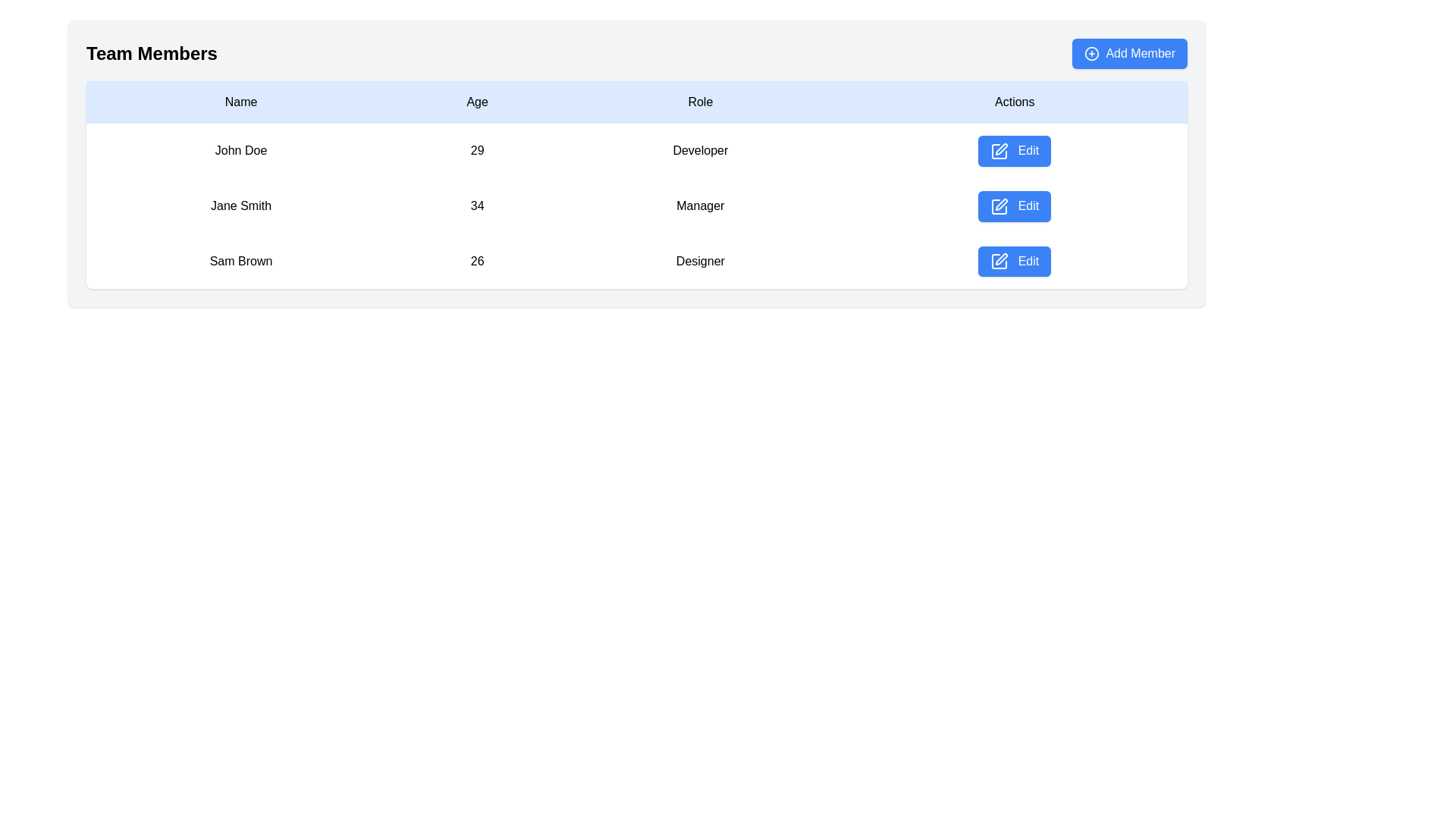 The image size is (1456, 819). What do you see at coordinates (699, 206) in the screenshot?
I see `the text element displaying 'Manager' in the third column of the second row of the table` at bounding box center [699, 206].